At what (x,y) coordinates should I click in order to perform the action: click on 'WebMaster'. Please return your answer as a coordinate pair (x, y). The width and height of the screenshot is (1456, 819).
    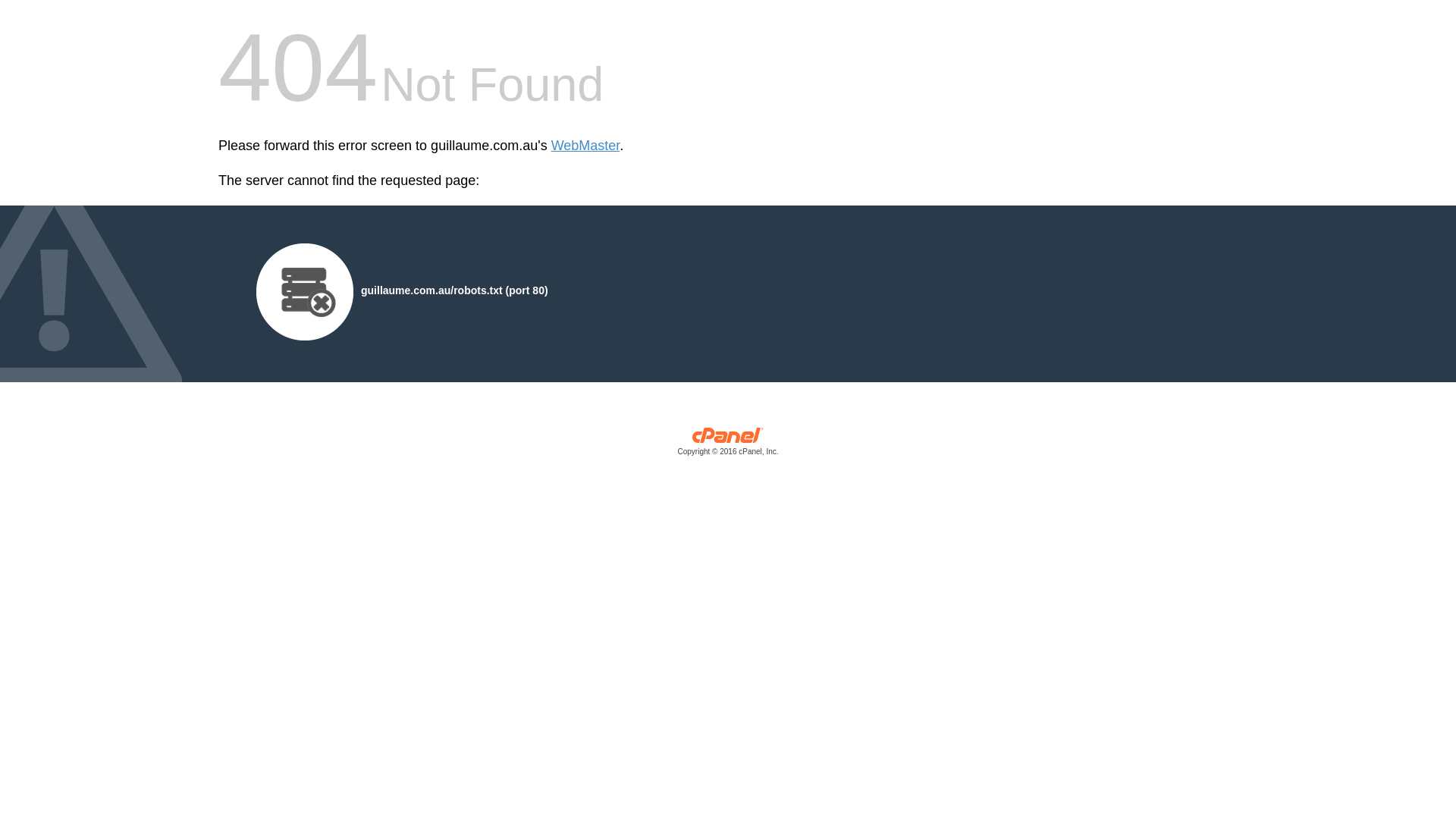
    Looking at the image, I should click on (550, 146).